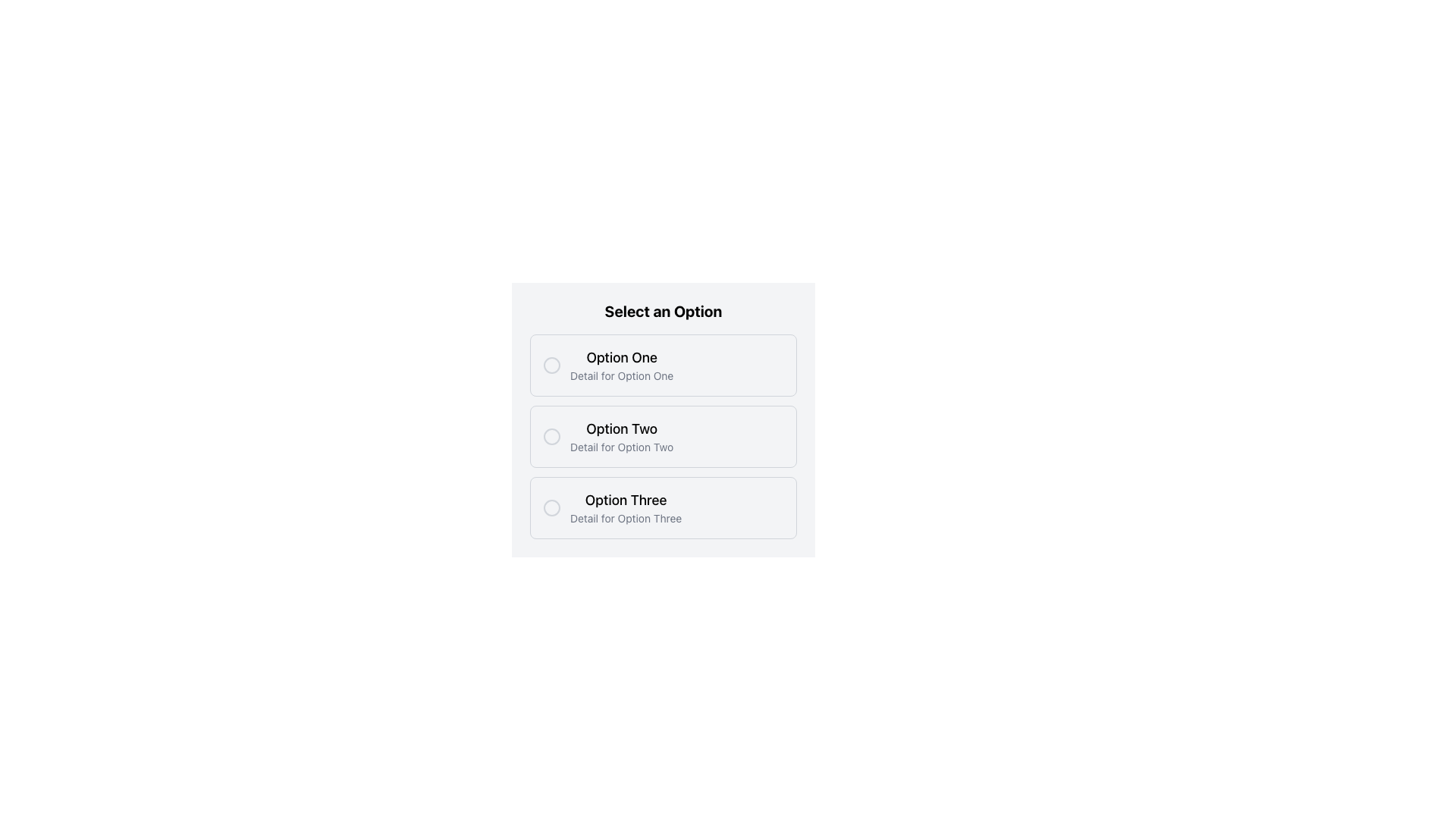 The height and width of the screenshot is (819, 1456). Describe the element at coordinates (622, 357) in the screenshot. I see `the title text label for the first option in the selectable list that identifies the choice, which is located above the descriptive text 'Detail for Option One'` at that location.